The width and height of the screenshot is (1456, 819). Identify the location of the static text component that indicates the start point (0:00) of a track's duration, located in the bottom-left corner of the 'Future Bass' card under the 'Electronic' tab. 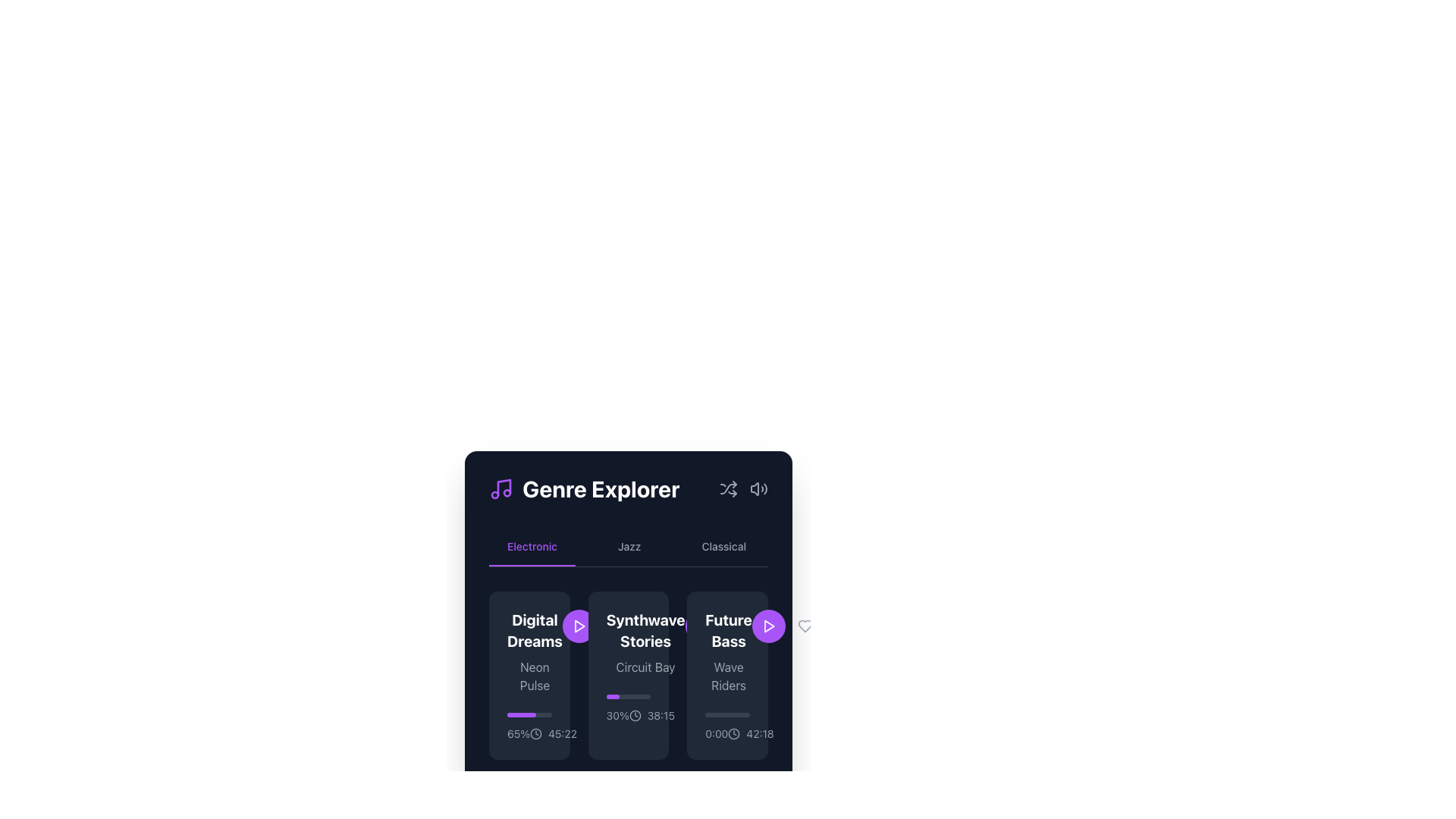
(726, 726).